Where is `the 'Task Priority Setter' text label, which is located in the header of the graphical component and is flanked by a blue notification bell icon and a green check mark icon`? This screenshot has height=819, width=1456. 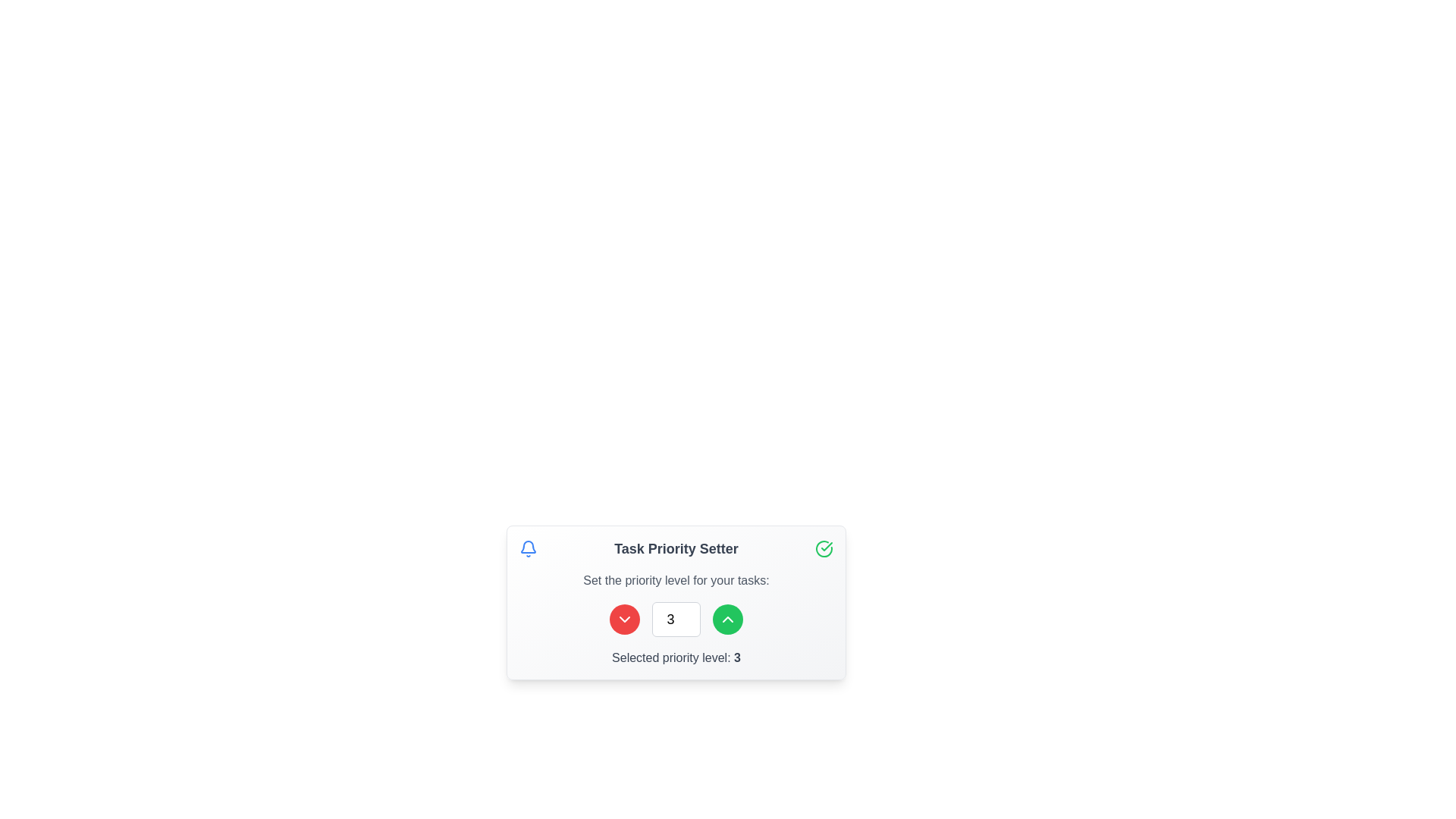
the 'Task Priority Setter' text label, which is located in the header of the graphical component and is flanked by a blue notification bell icon and a green check mark icon is located at coordinates (676, 549).